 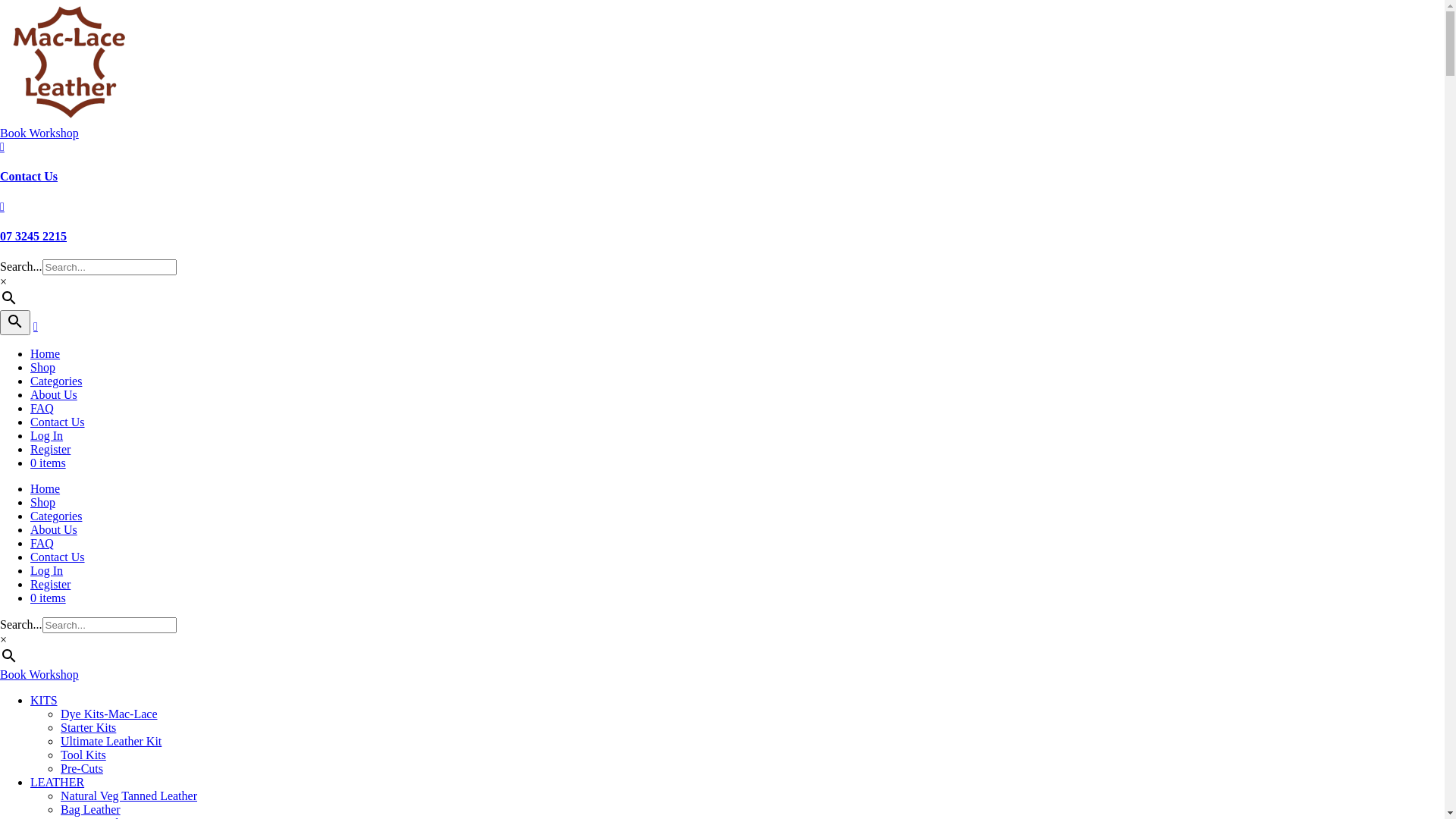 I want to click on 'LEATHER', so click(x=57, y=782).